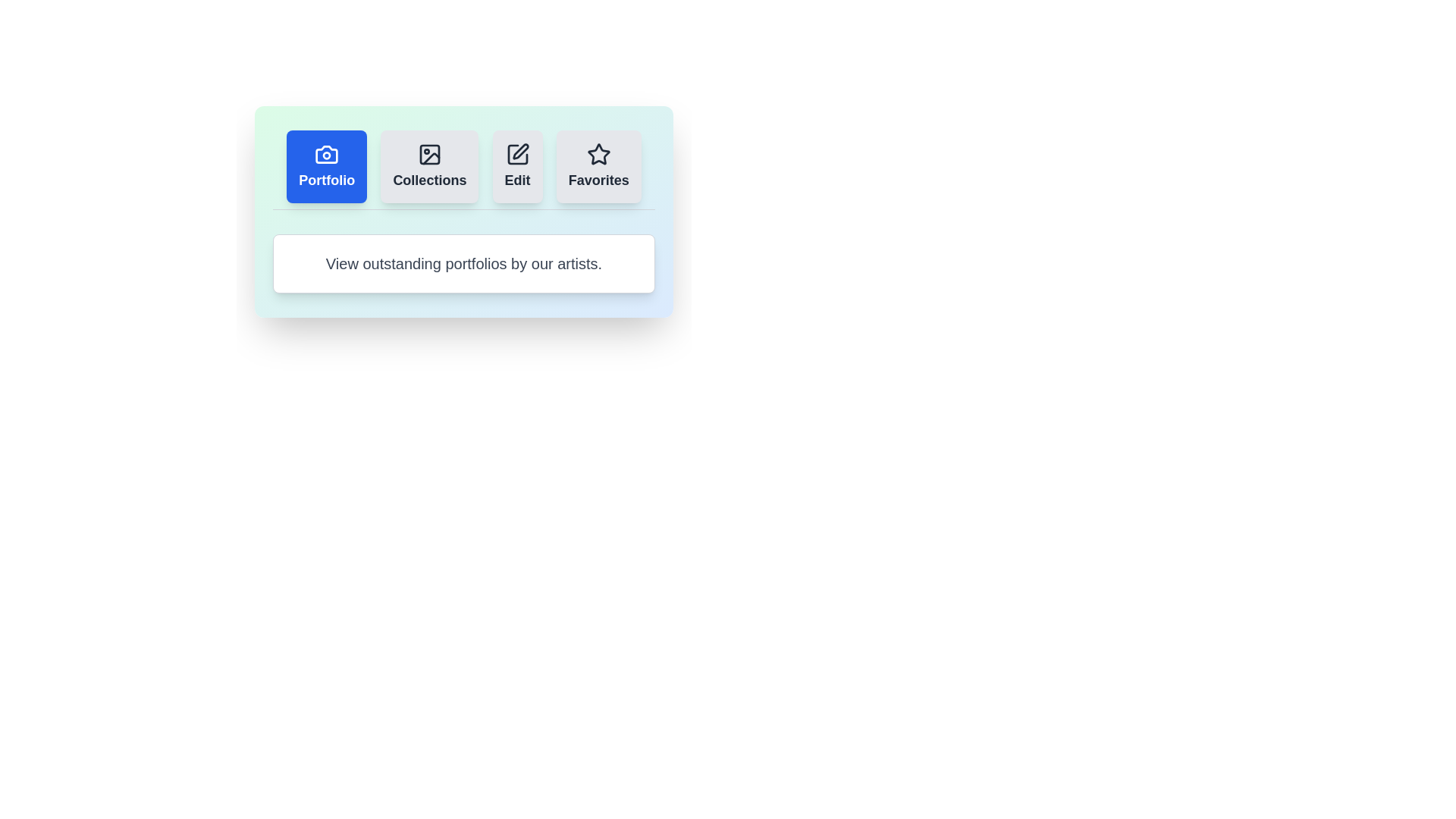 Image resolution: width=1456 pixels, height=819 pixels. What do you see at coordinates (517, 166) in the screenshot?
I see `the Edit tab by clicking on its button` at bounding box center [517, 166].